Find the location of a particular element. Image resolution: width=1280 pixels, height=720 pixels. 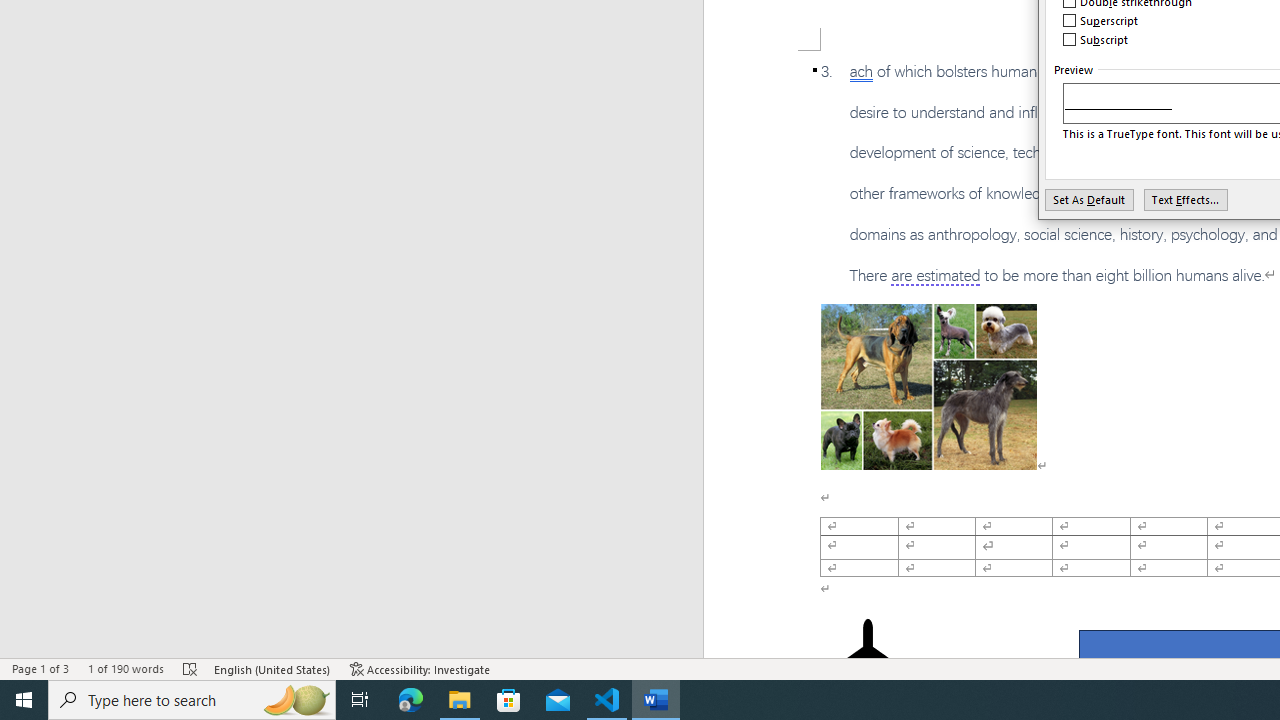

'Set As Default' is located at coordinates (1088, 199).